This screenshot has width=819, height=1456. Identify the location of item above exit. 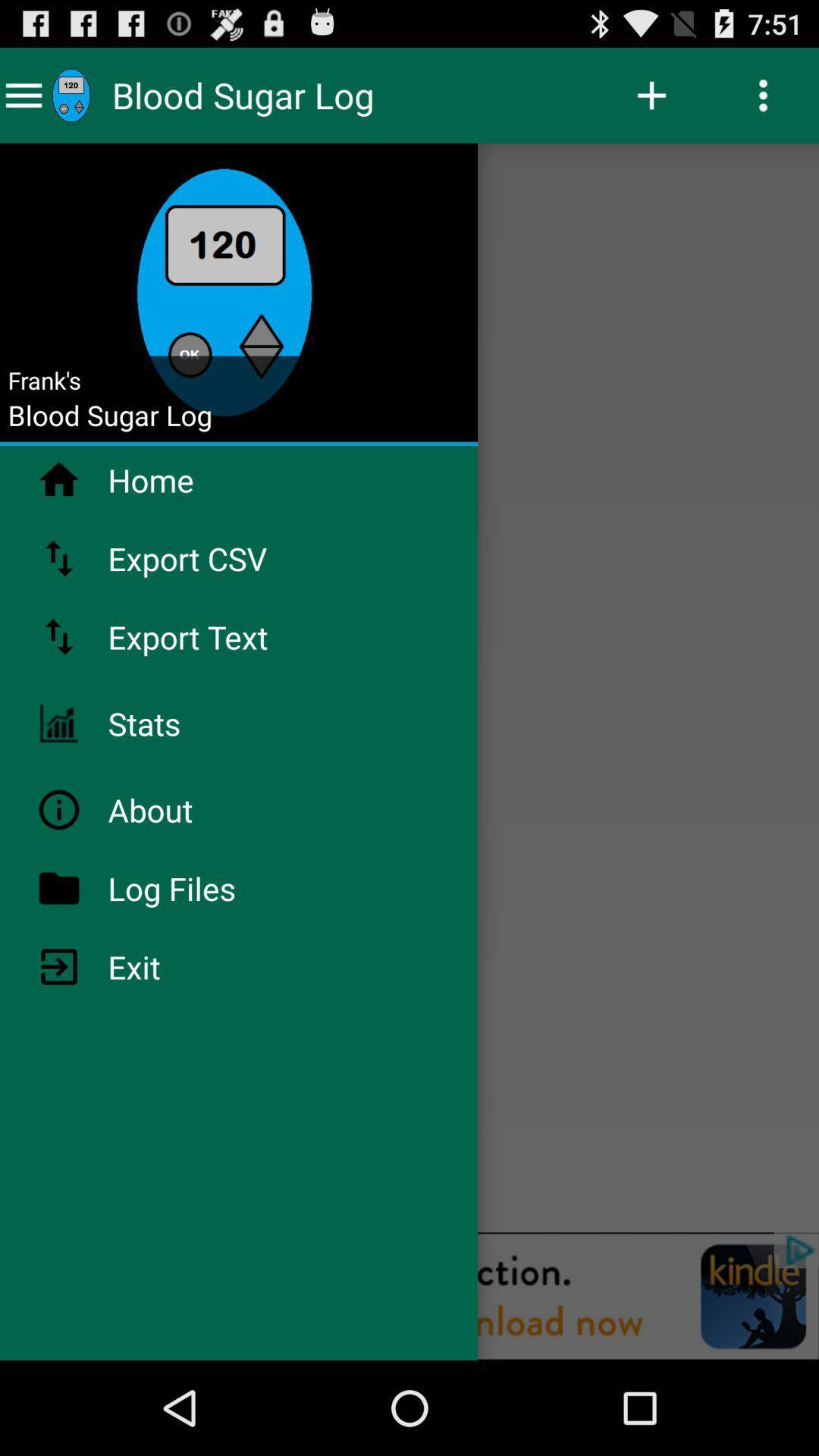
(212, 888).